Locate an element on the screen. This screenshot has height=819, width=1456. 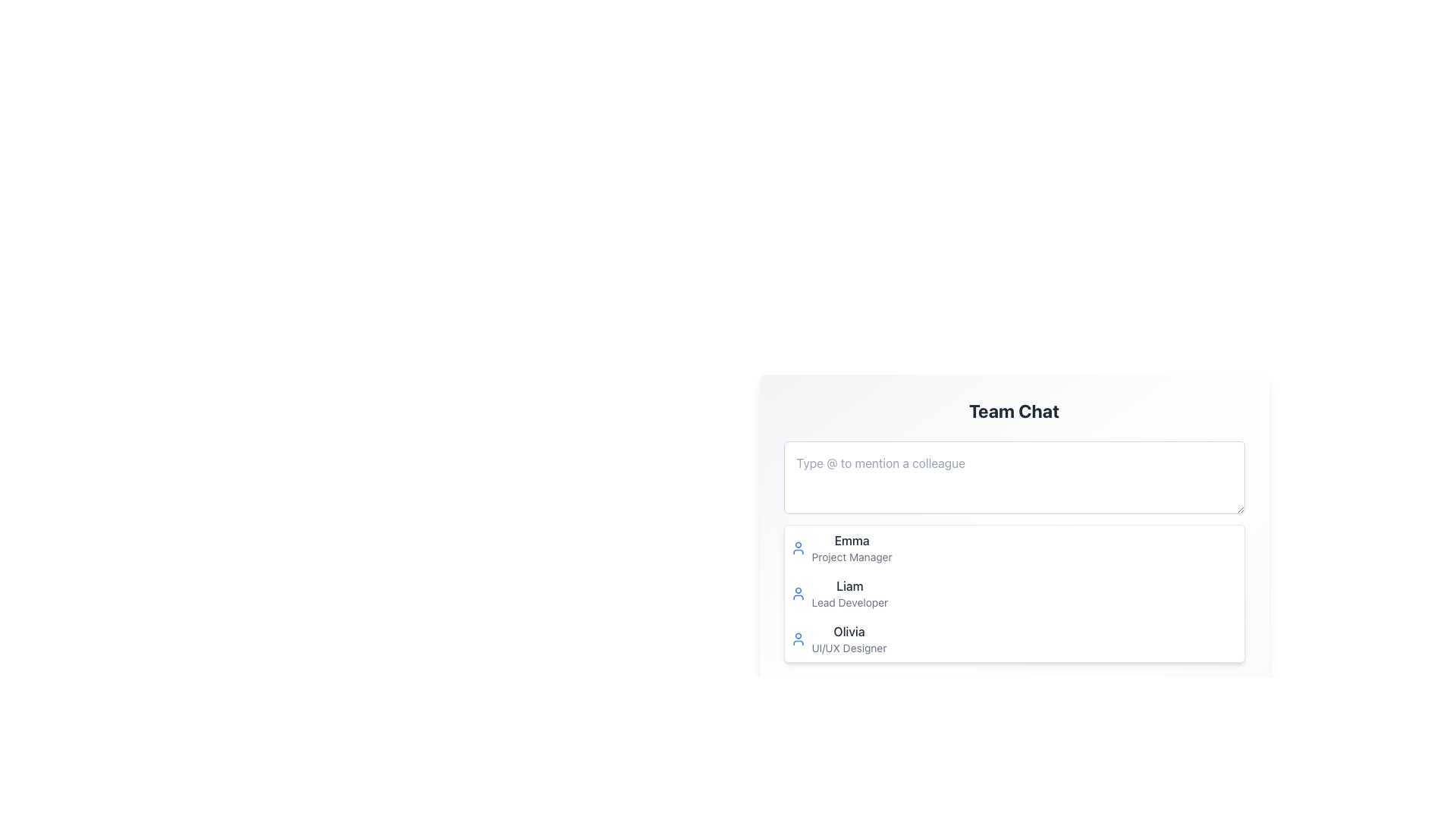
the 'Lead Developer' label associated with the user 'Liam' in the Team Chat section is located at coordinates (849, 601).